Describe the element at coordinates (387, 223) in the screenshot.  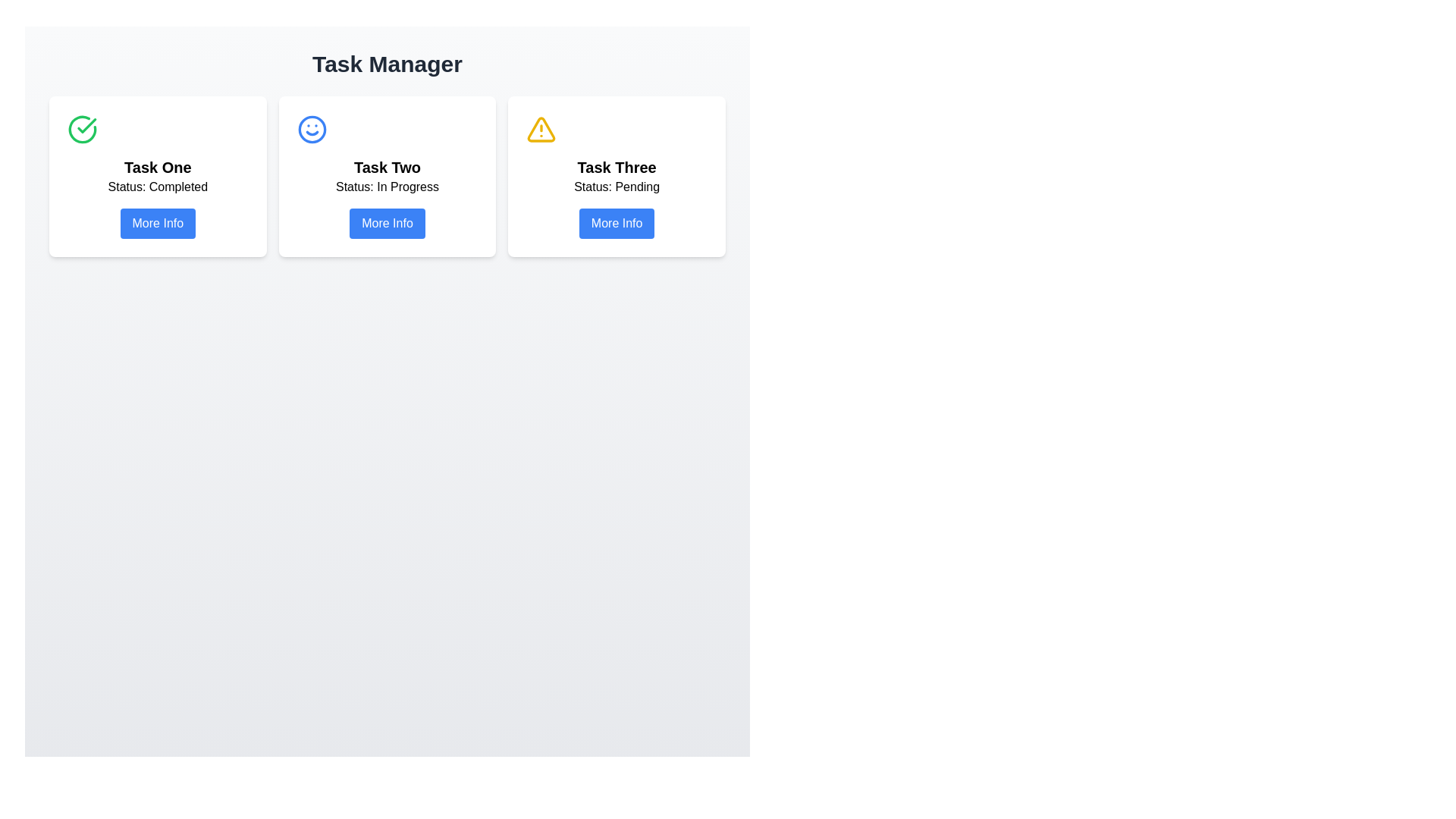
I see `the button that provides more information related to 'Task Two', located at the bottom of the center card titled 'Task Two' under 'Status: In Progress'` at that location.